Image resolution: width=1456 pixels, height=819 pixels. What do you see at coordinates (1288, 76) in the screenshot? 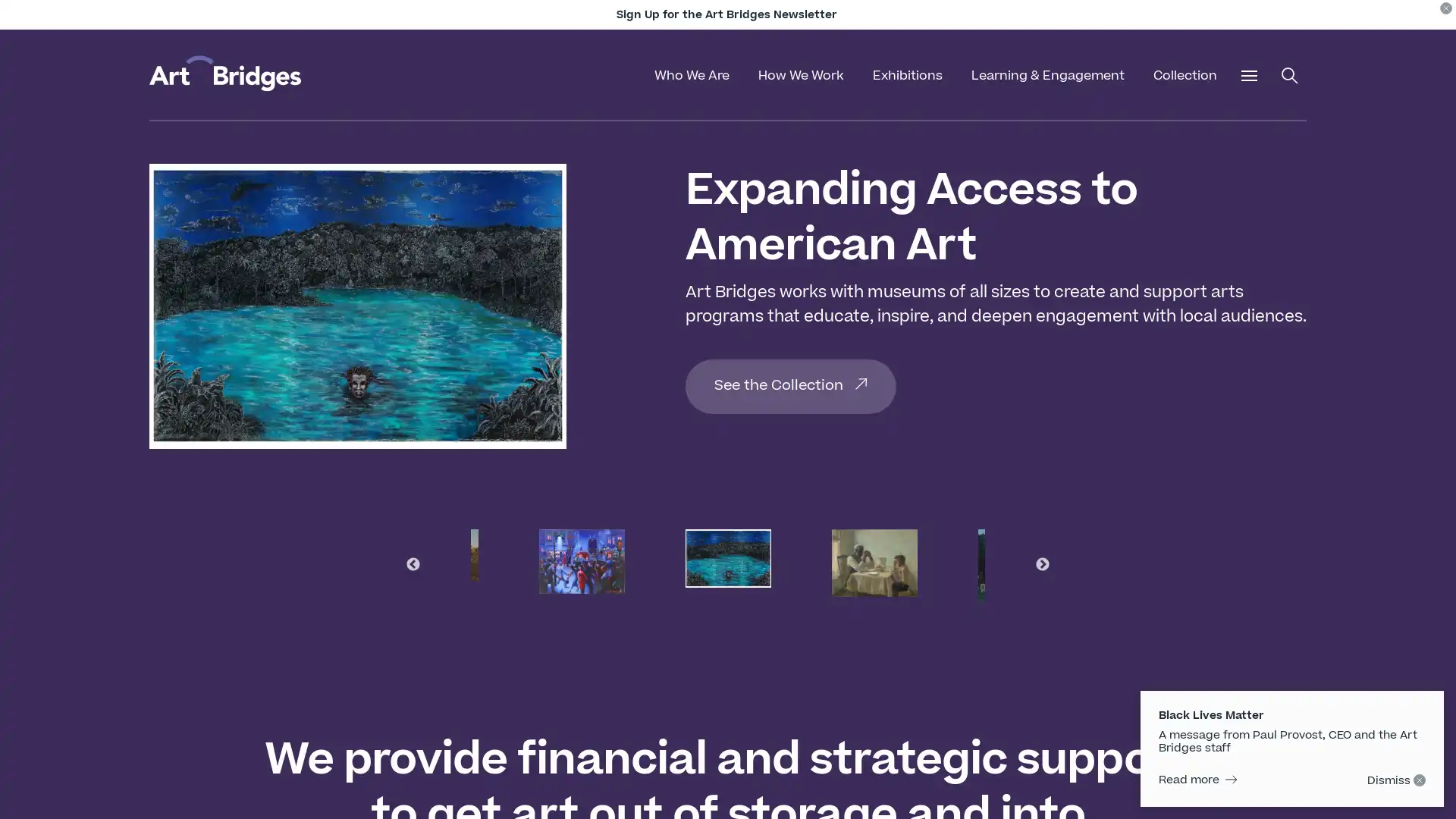
I see `Open Search Menu` at bounding box center [1288, 76].